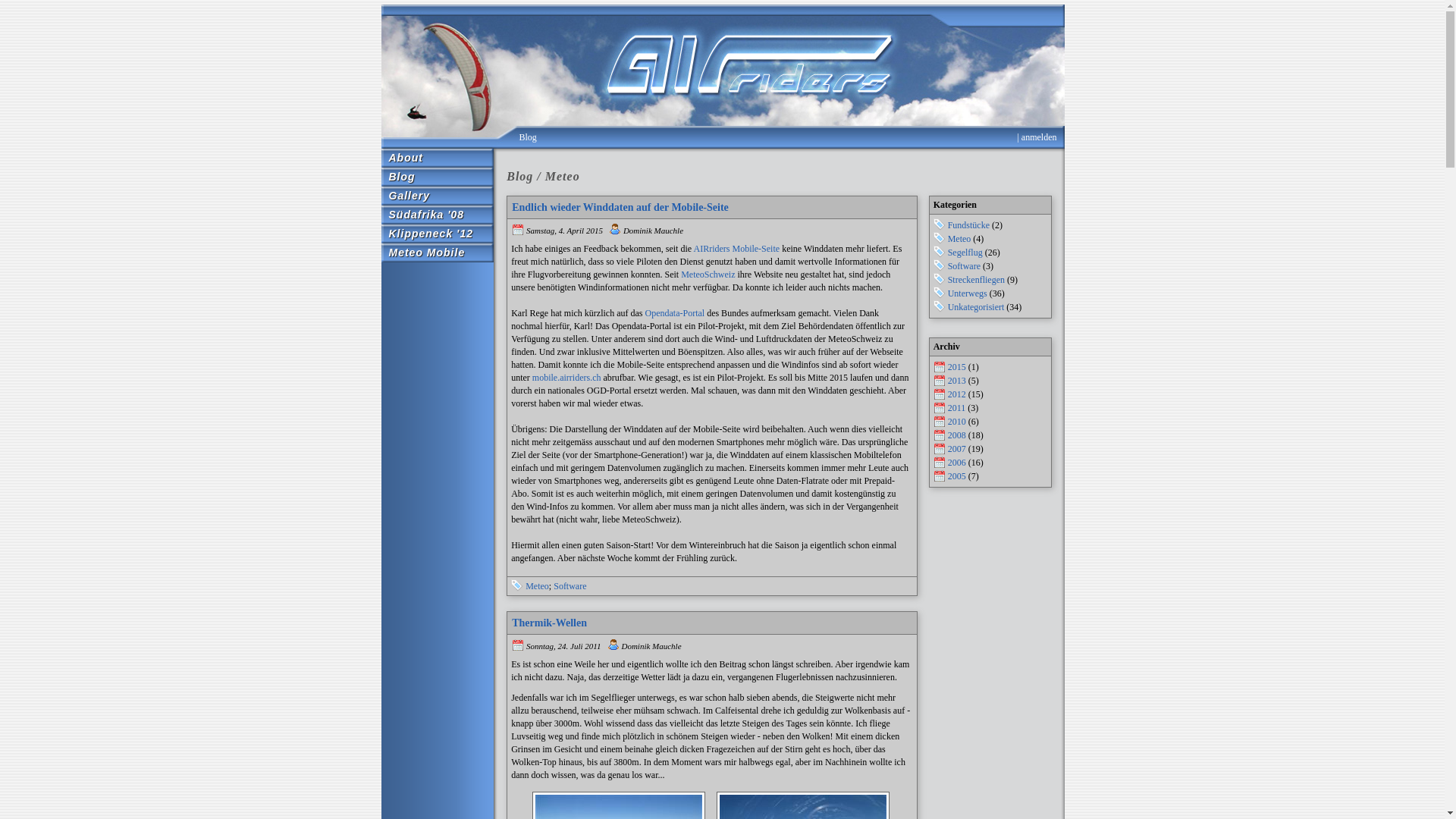 This screenshot has height=819, width=1456. Describe the element at coordinates (967, 293) in the screenshot. I see `'Unterwegs'` at that location.